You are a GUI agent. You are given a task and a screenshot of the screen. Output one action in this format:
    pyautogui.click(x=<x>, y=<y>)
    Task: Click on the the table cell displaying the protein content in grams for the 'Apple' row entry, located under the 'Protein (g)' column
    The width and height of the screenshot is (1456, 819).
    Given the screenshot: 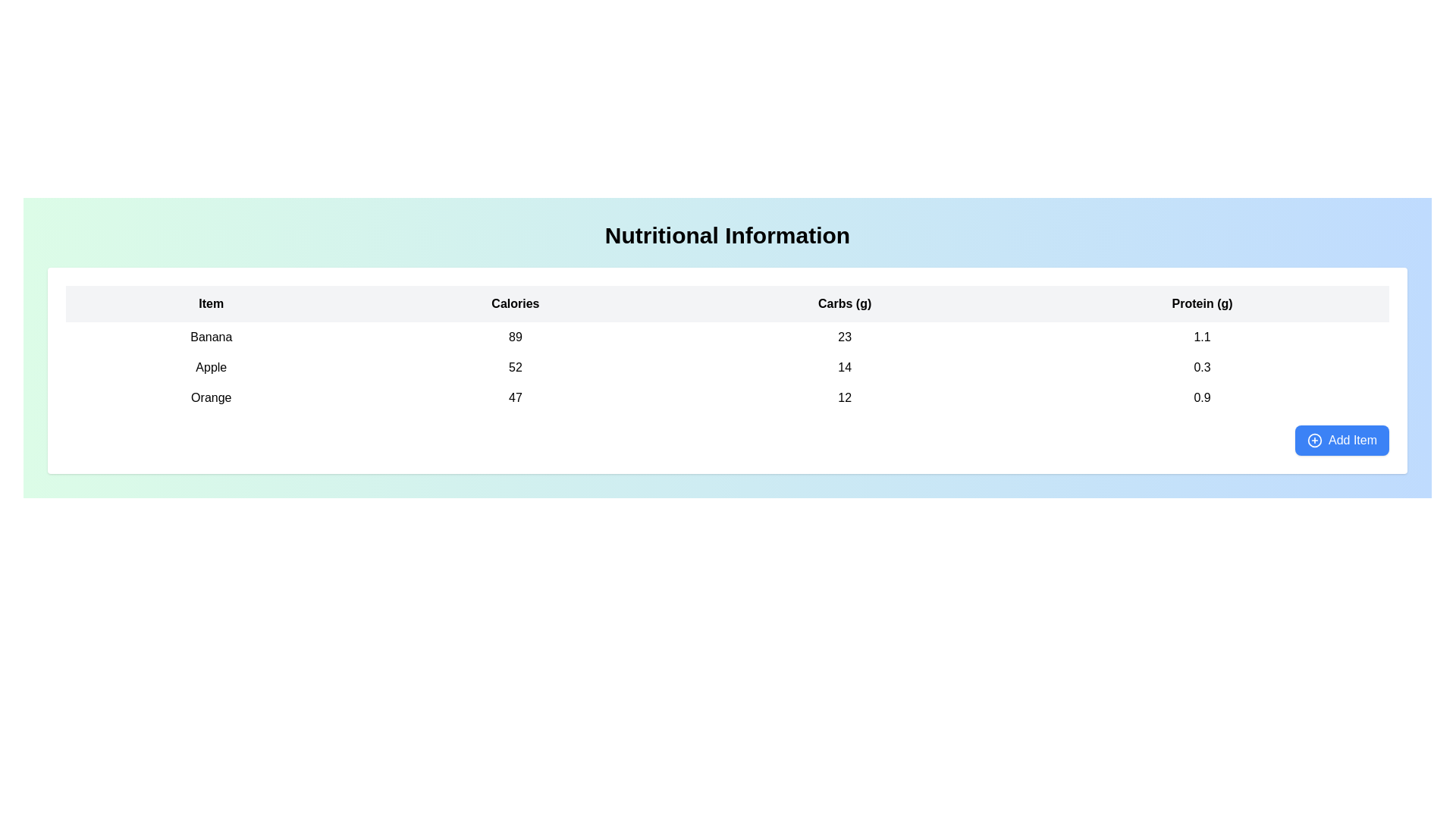 What is the action you would take?
    pyautogui.click(x=1201, y=368)
    